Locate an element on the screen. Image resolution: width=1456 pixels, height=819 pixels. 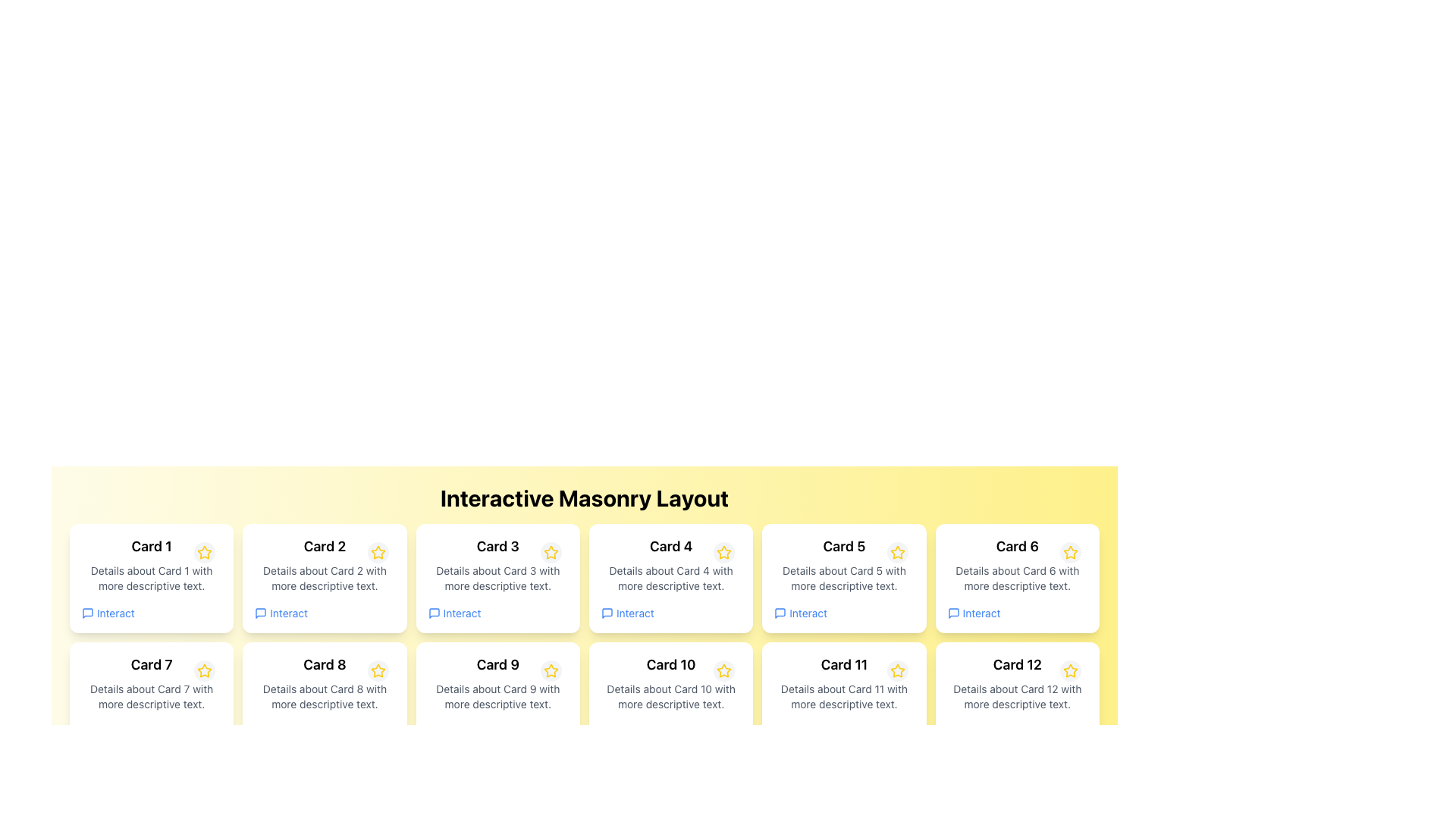
the chat bubble icon located in the second card of the top row is located at coordinates (261, 613).